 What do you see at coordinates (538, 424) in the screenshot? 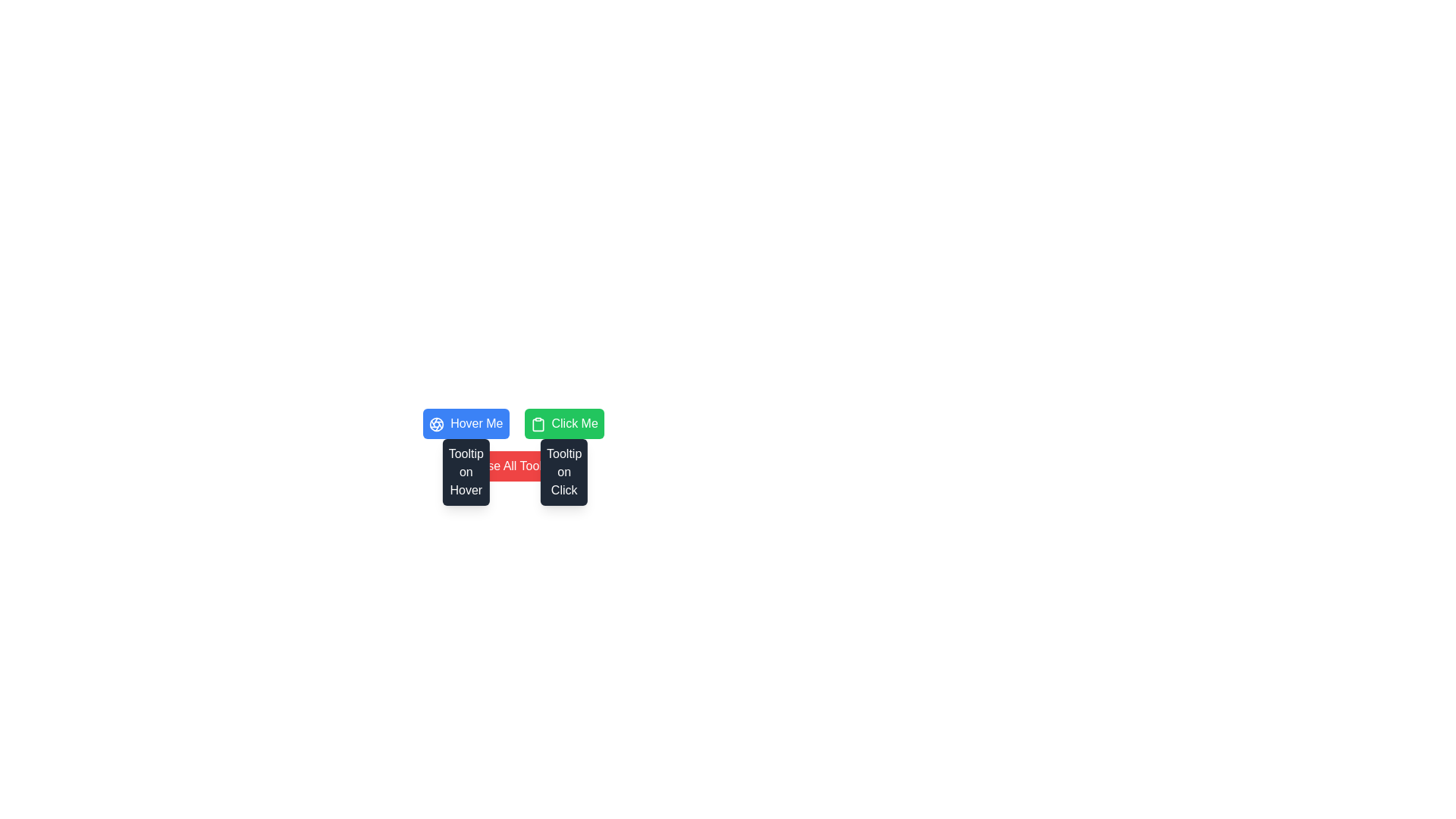
I see `the clipboard icon which is left-aligned within the green button labeled 'Click Me' located in the top-right quadrant of the interface` at bounding box center [538, 424].